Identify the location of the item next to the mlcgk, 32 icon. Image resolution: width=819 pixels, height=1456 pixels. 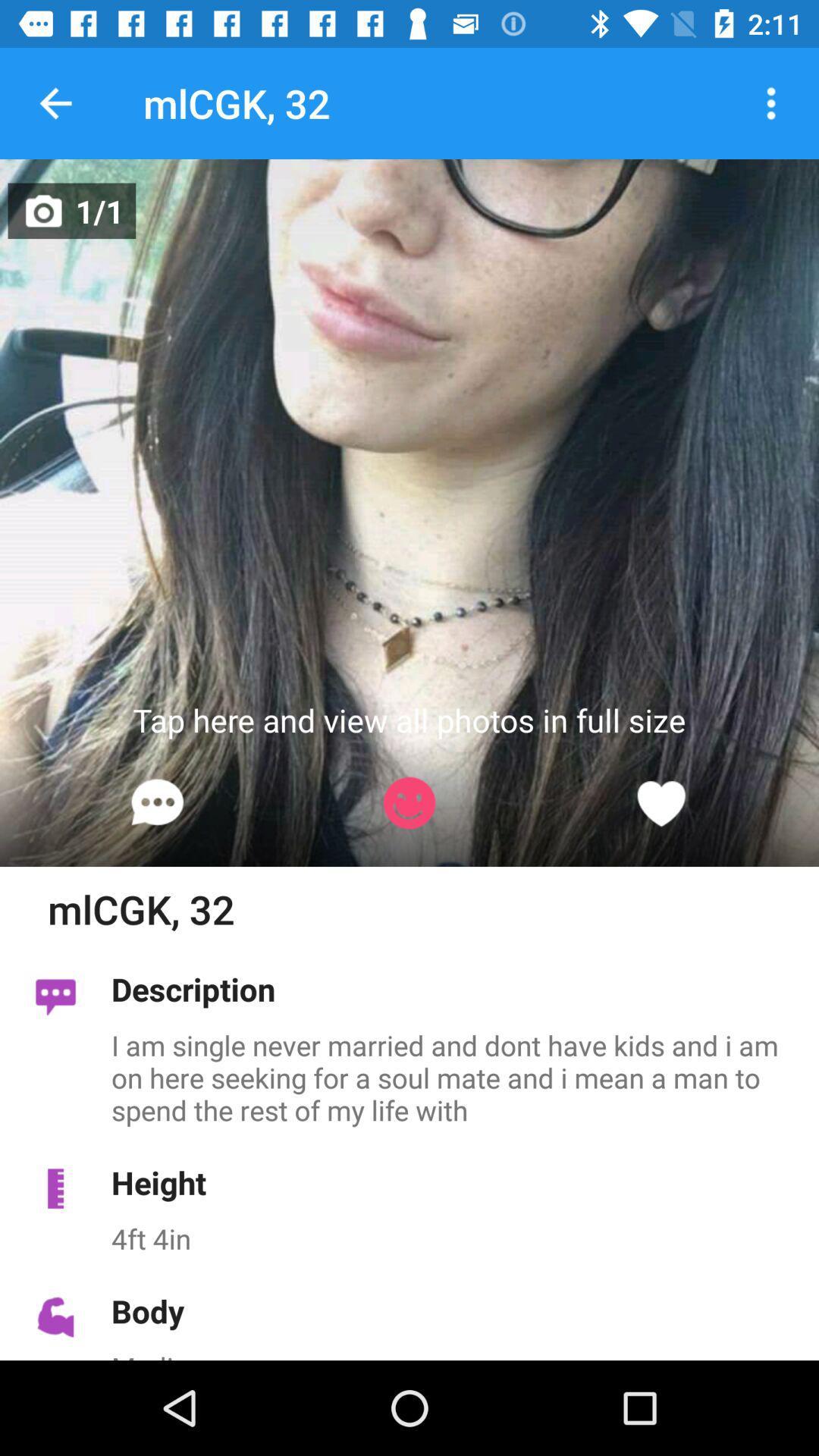
(771, 102).